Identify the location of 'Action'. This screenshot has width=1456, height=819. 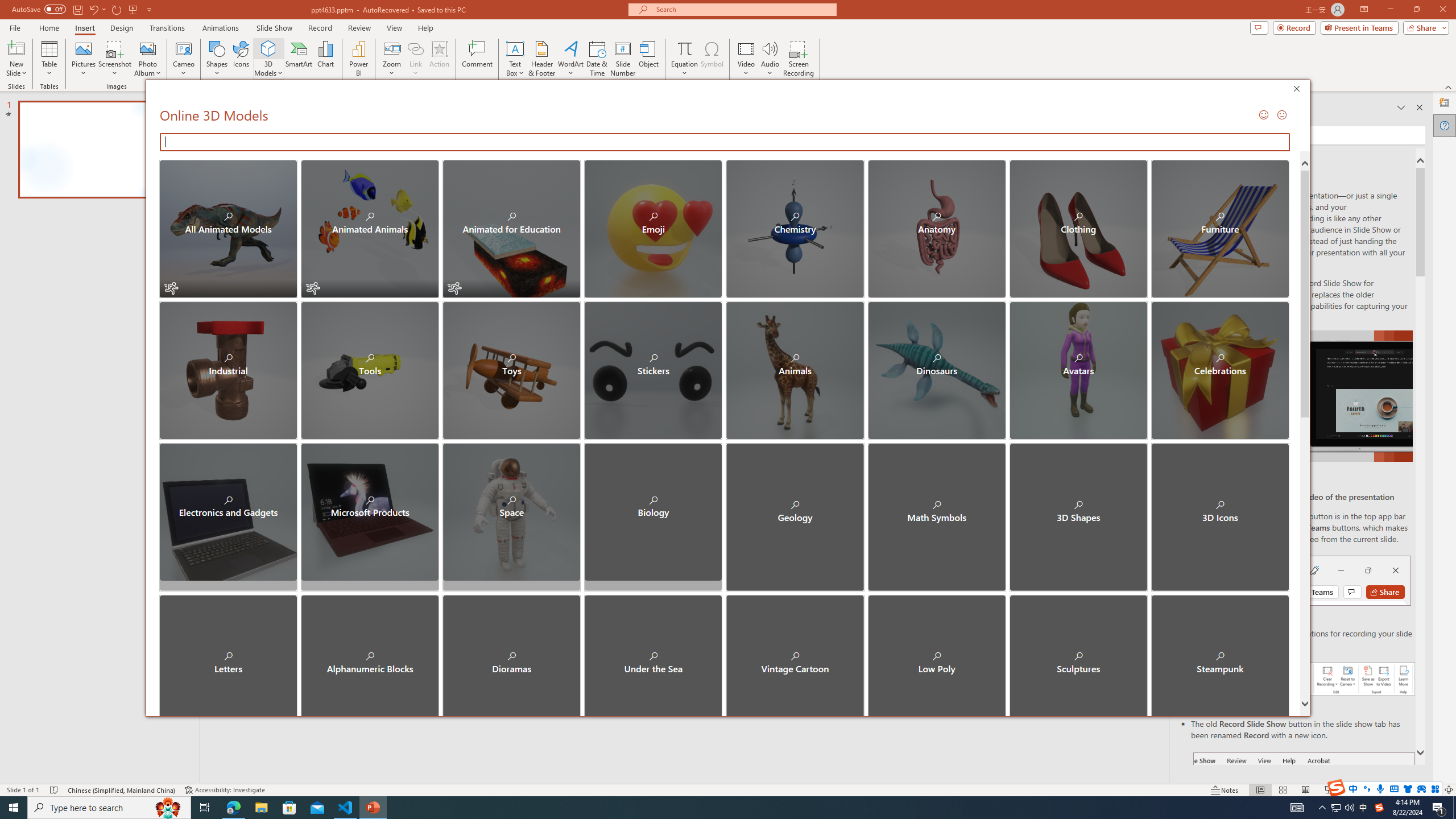
(440, 59).